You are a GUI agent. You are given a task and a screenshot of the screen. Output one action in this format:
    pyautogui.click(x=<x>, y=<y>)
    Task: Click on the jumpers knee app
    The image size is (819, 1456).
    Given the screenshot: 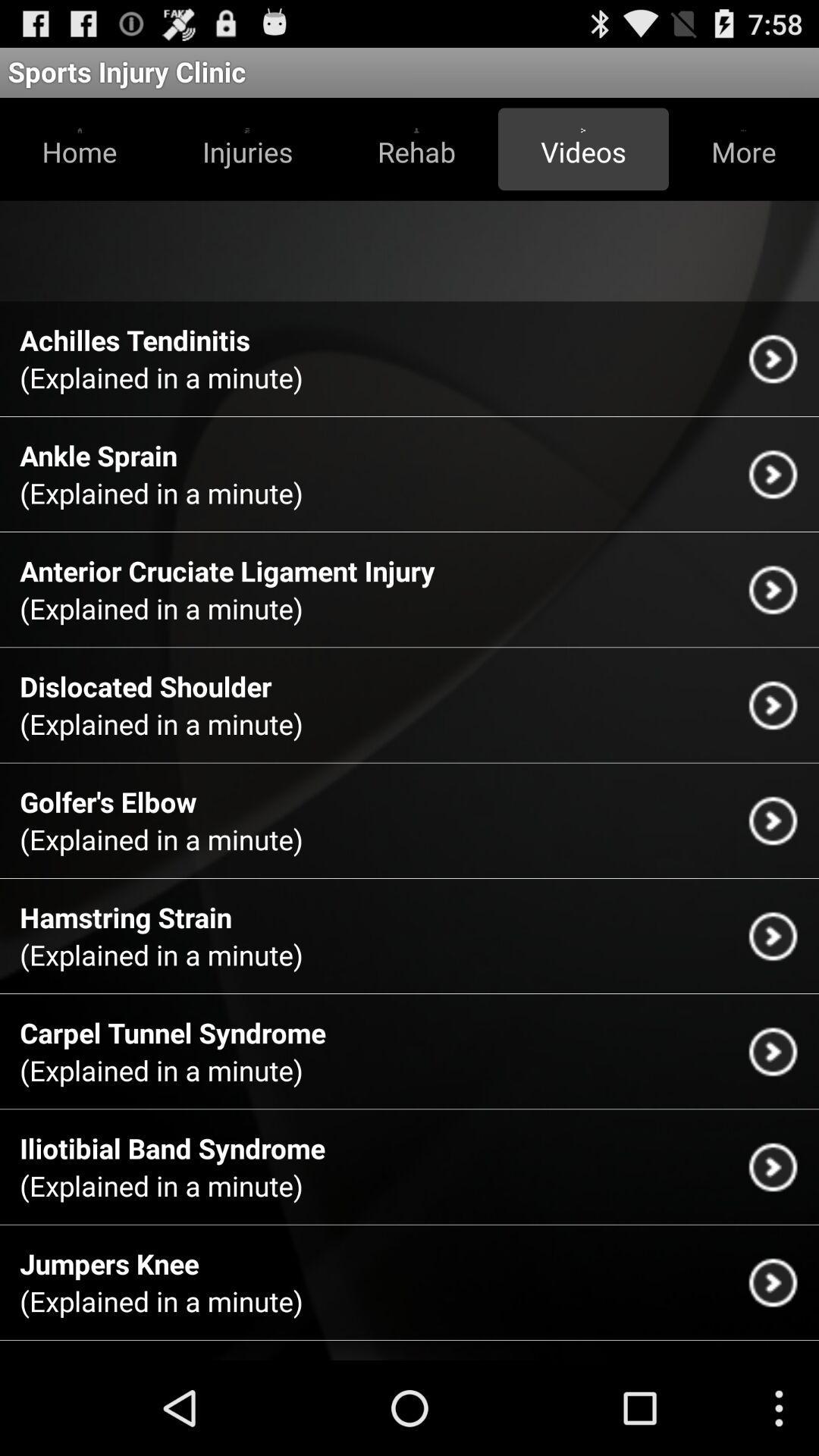 What is the action you would take?
    pyautogui.click(x=108, y=1263)
    